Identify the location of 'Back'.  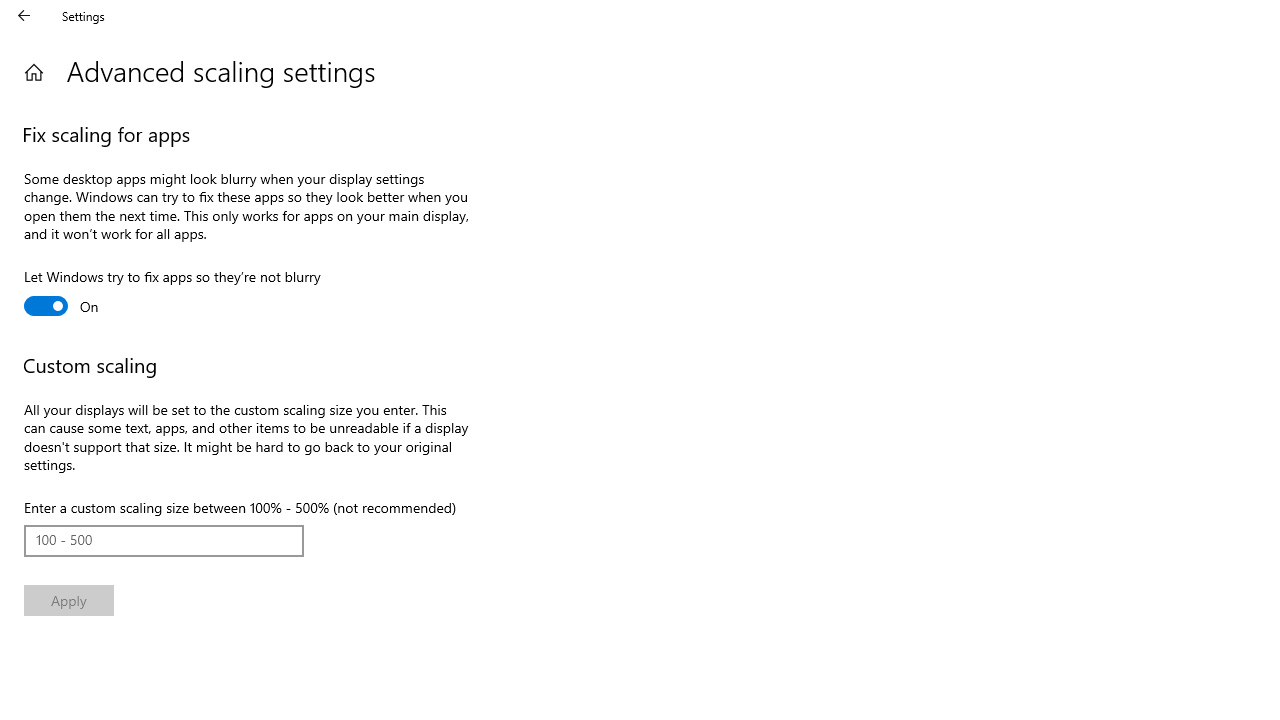
(24, 15).